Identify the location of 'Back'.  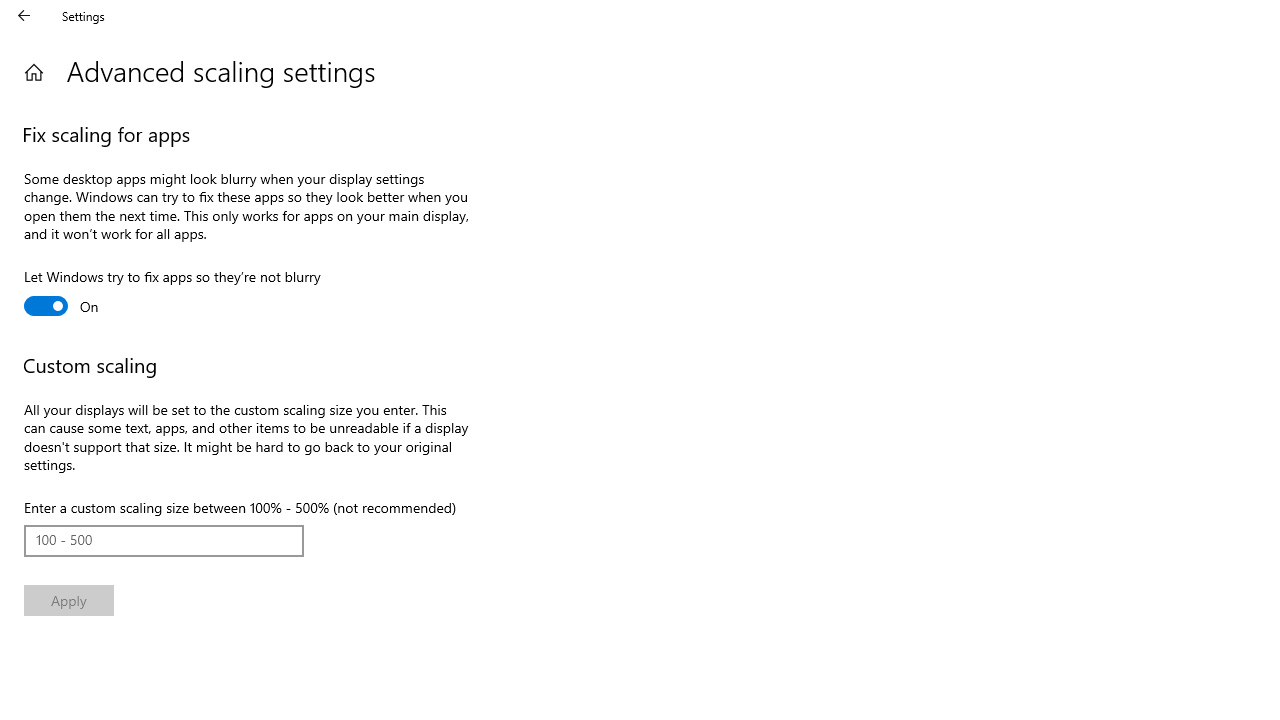
(24, 15).